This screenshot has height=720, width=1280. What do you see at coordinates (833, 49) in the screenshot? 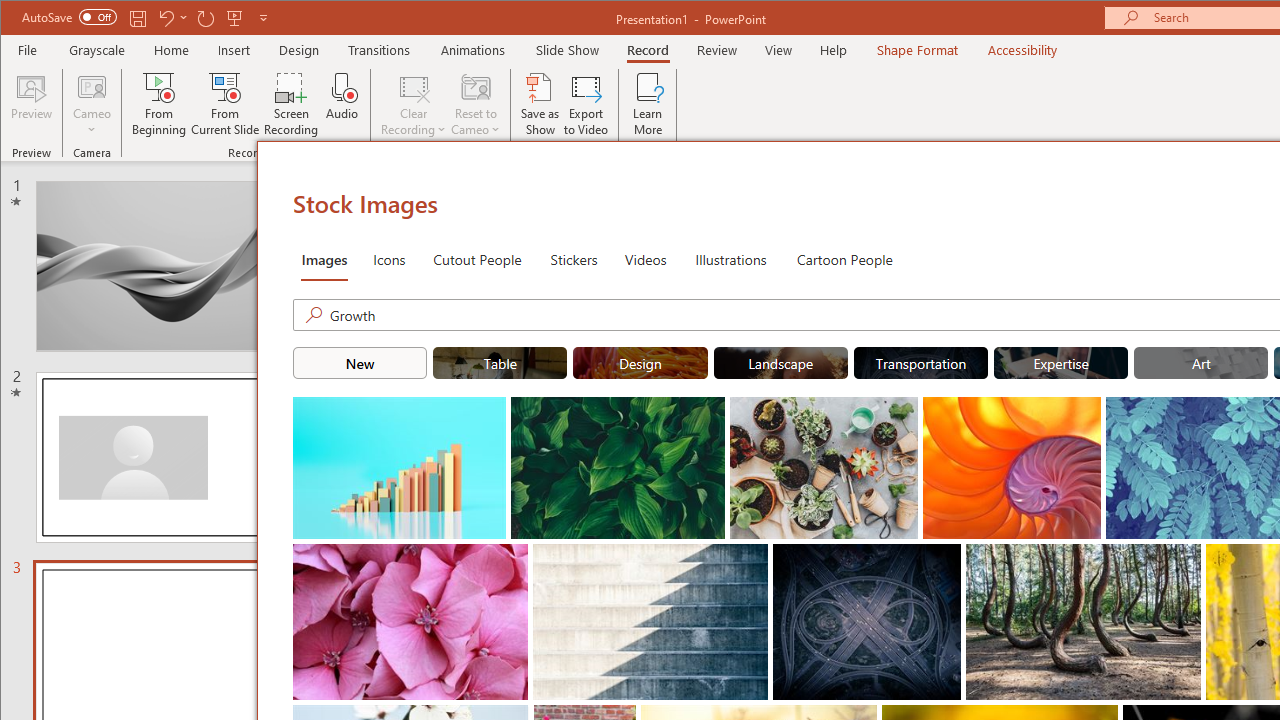
I see `'Help'` at bounding box center [833, 49].